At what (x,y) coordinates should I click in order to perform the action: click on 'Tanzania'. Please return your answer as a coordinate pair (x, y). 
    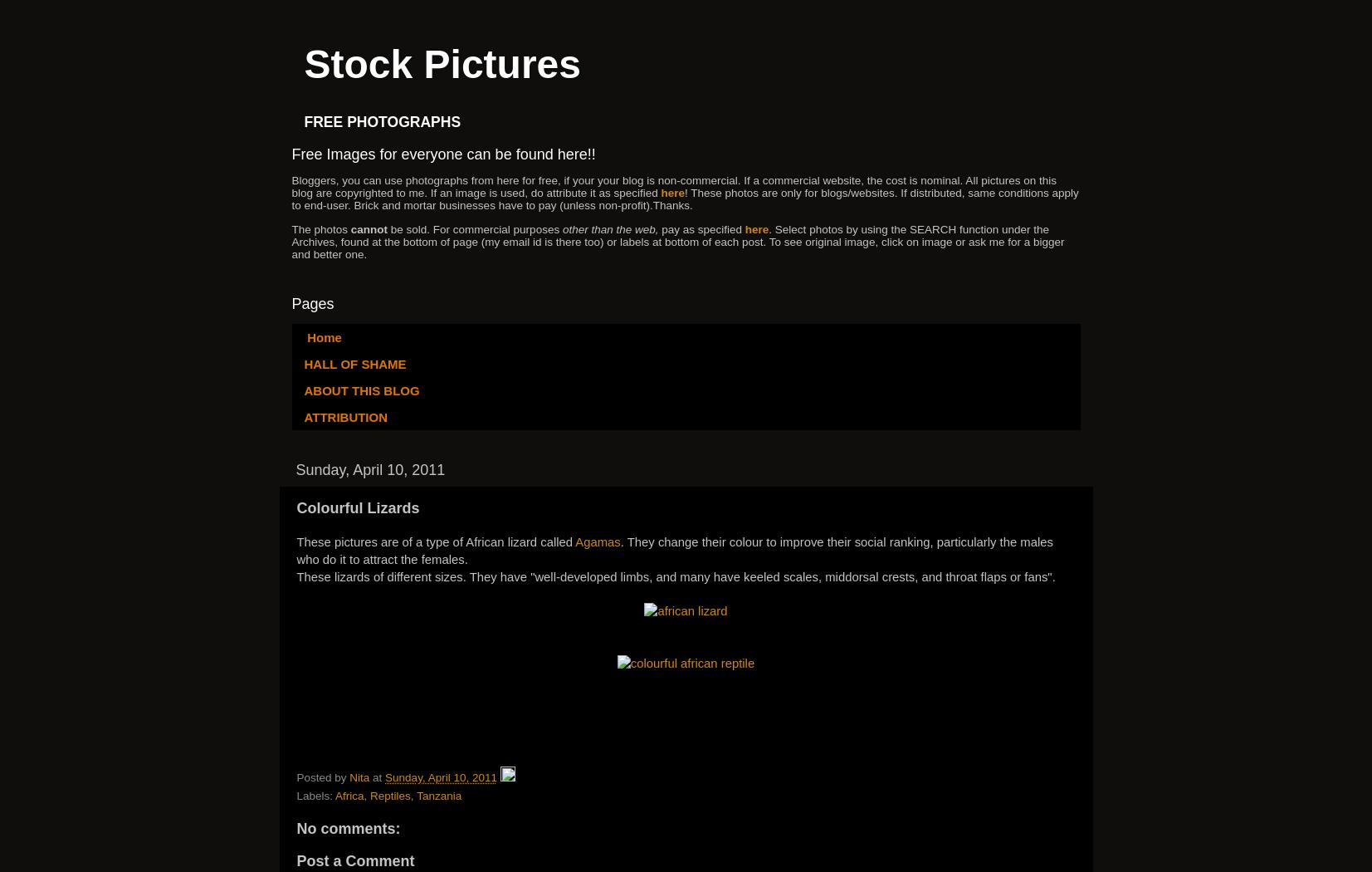
    Looking at the image, I should click on (437, 795).